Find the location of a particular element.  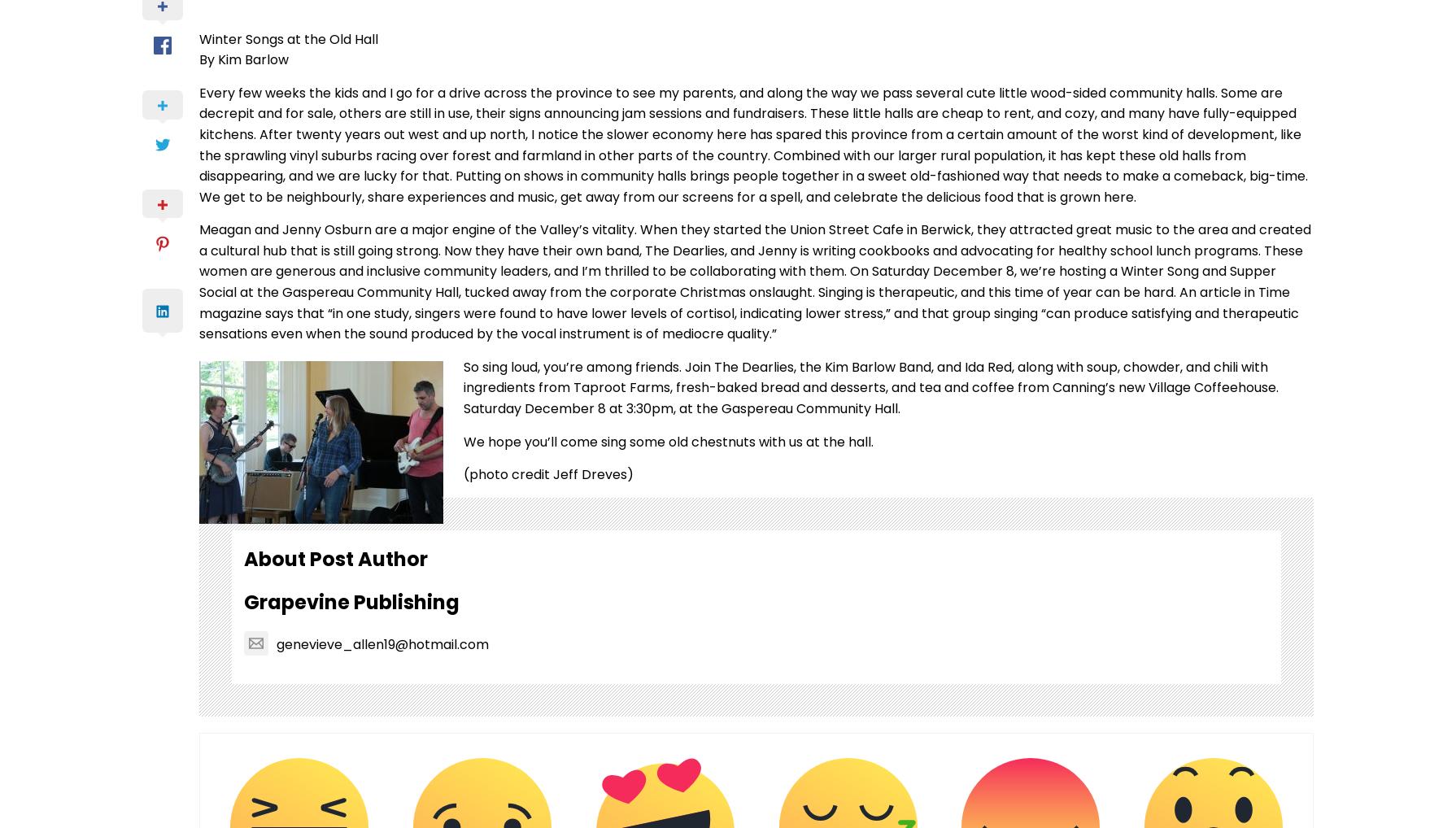

'By Kim Barlow' is located at coordinates (244, 59).